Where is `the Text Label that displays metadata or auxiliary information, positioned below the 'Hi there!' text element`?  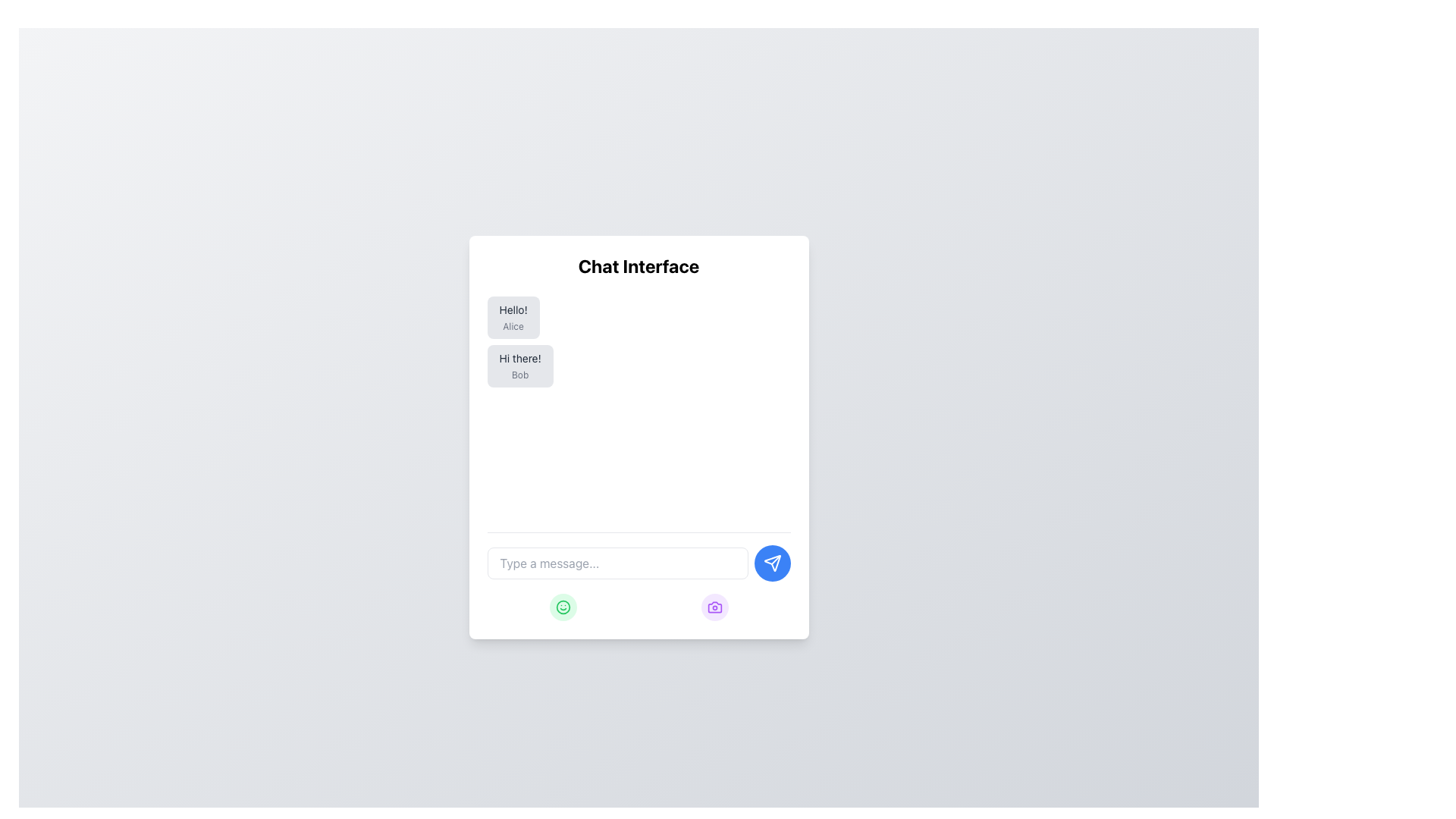 the Text Label that displays metadata or auxiliary information, positioned below the 'Hi there!' text element is located at coordinates (520, 375).